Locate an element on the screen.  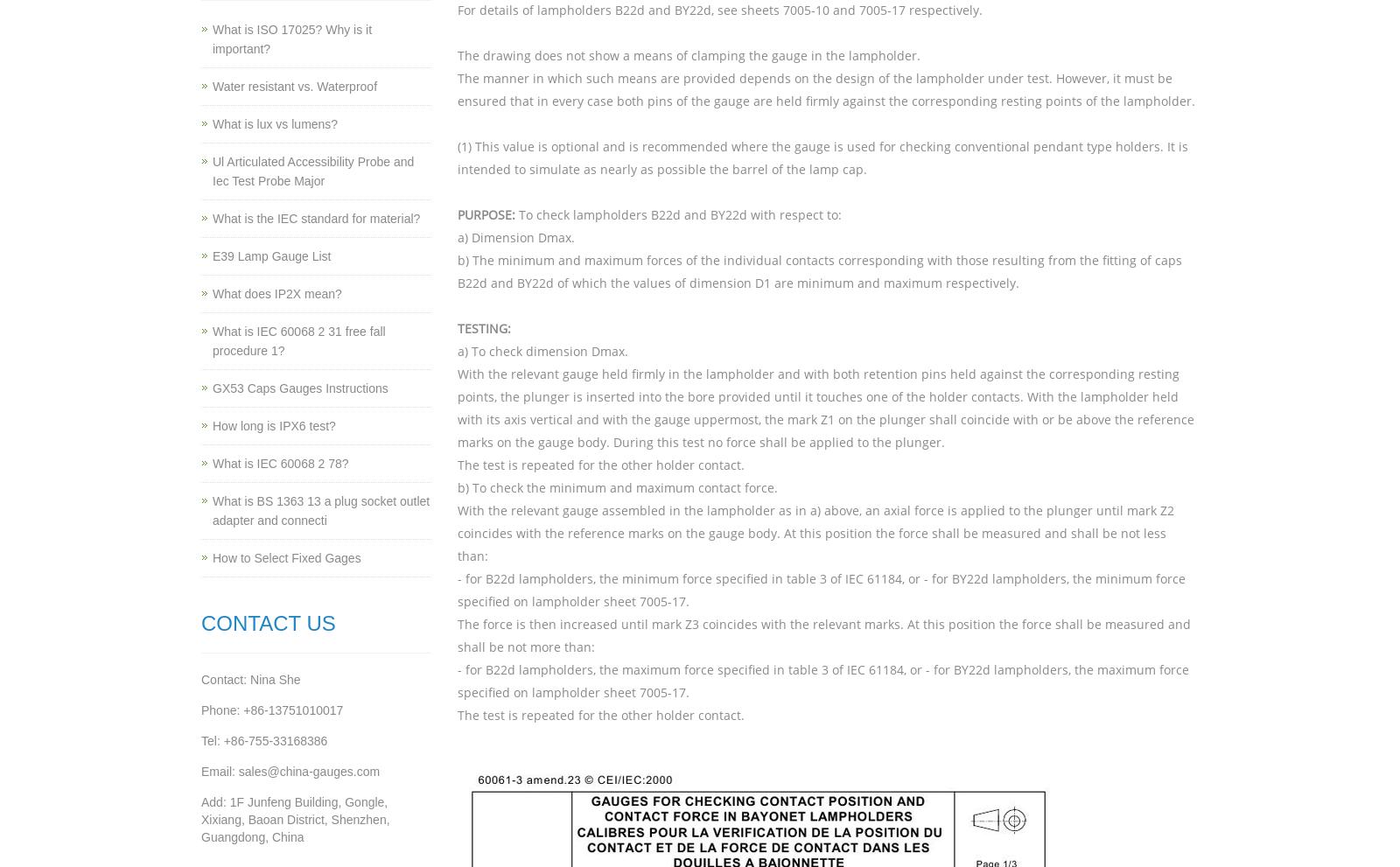
'What is lux vs lumens?' is located at coordinates (275, 123).